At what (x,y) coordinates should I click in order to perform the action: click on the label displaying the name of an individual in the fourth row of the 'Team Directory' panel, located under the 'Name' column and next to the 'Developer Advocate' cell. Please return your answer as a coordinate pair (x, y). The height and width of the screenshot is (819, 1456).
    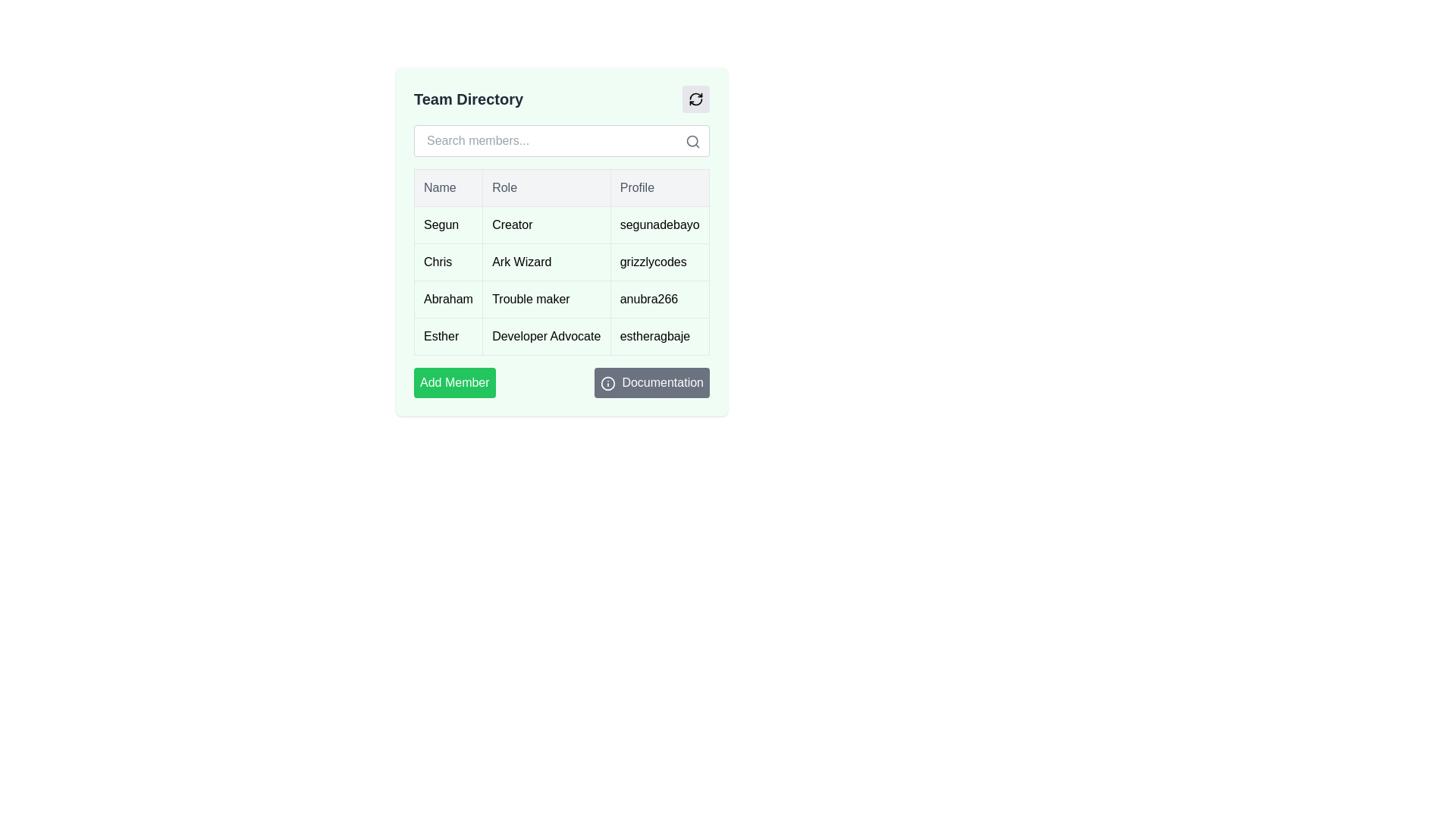
    Looking at the image, I should click on (447, 335).